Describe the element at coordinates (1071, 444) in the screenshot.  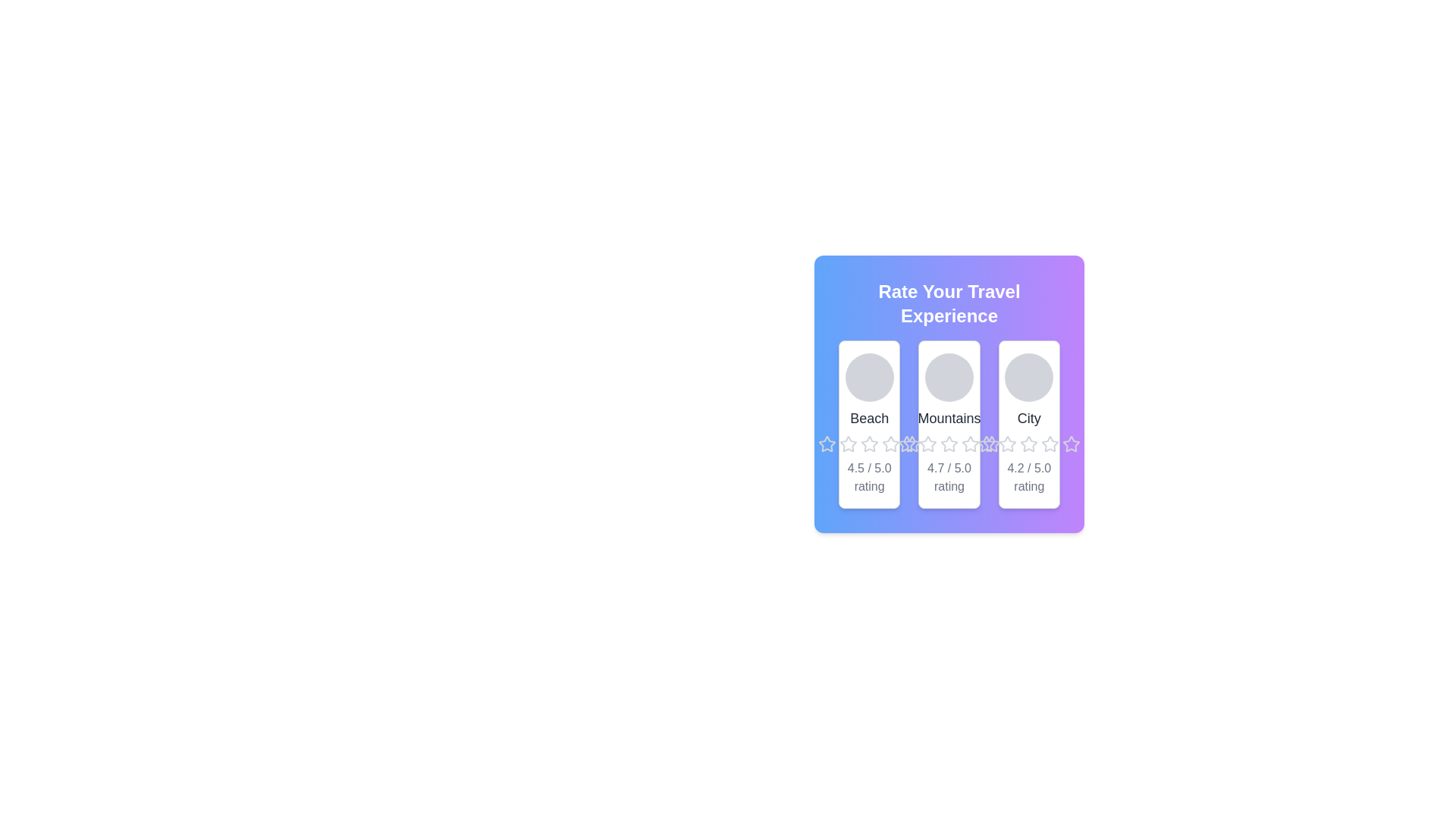
I see `on the fifth star icon in the rating component for the 'City' experience` at that location.